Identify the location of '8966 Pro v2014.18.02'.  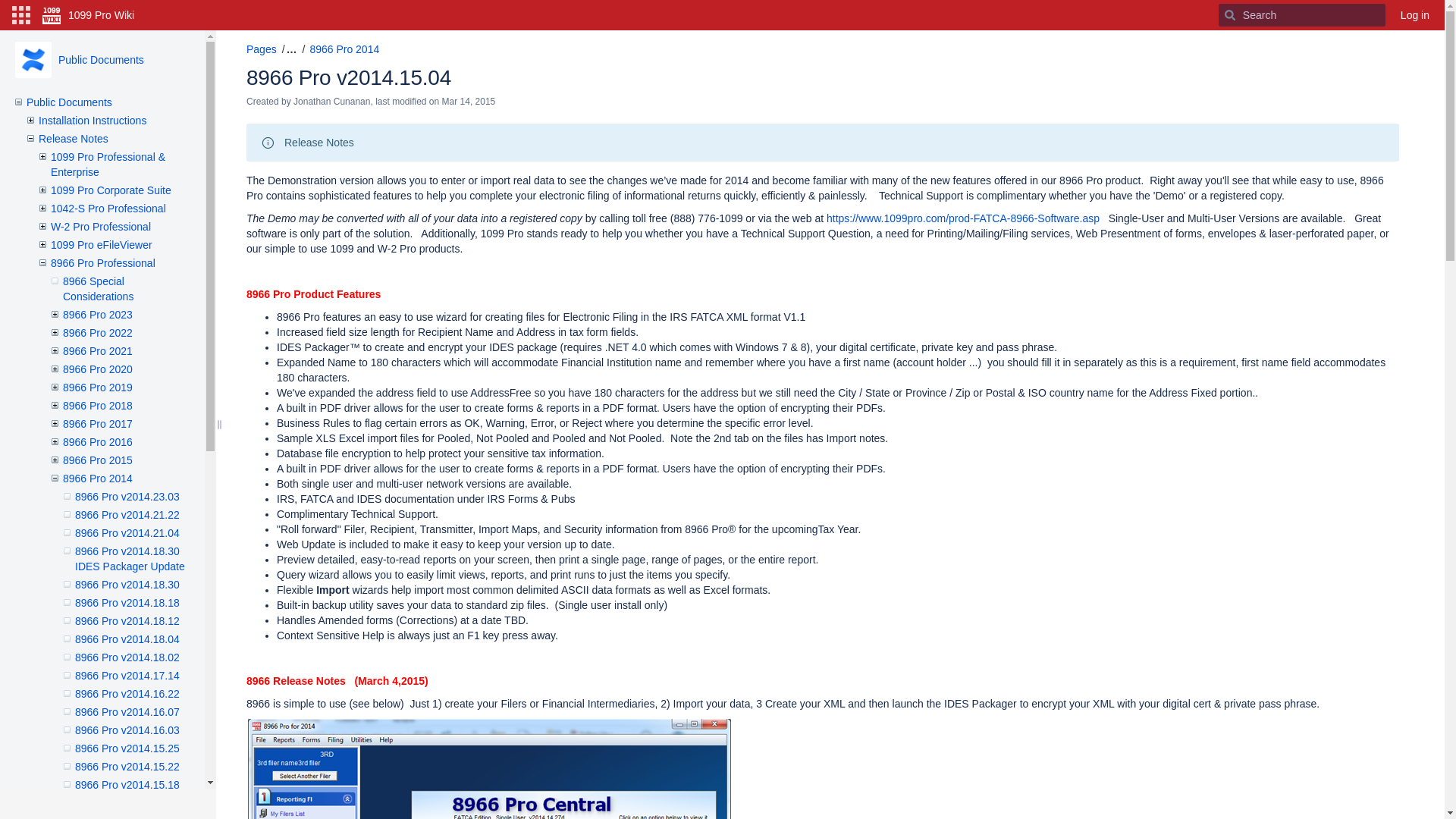
(127, 657).